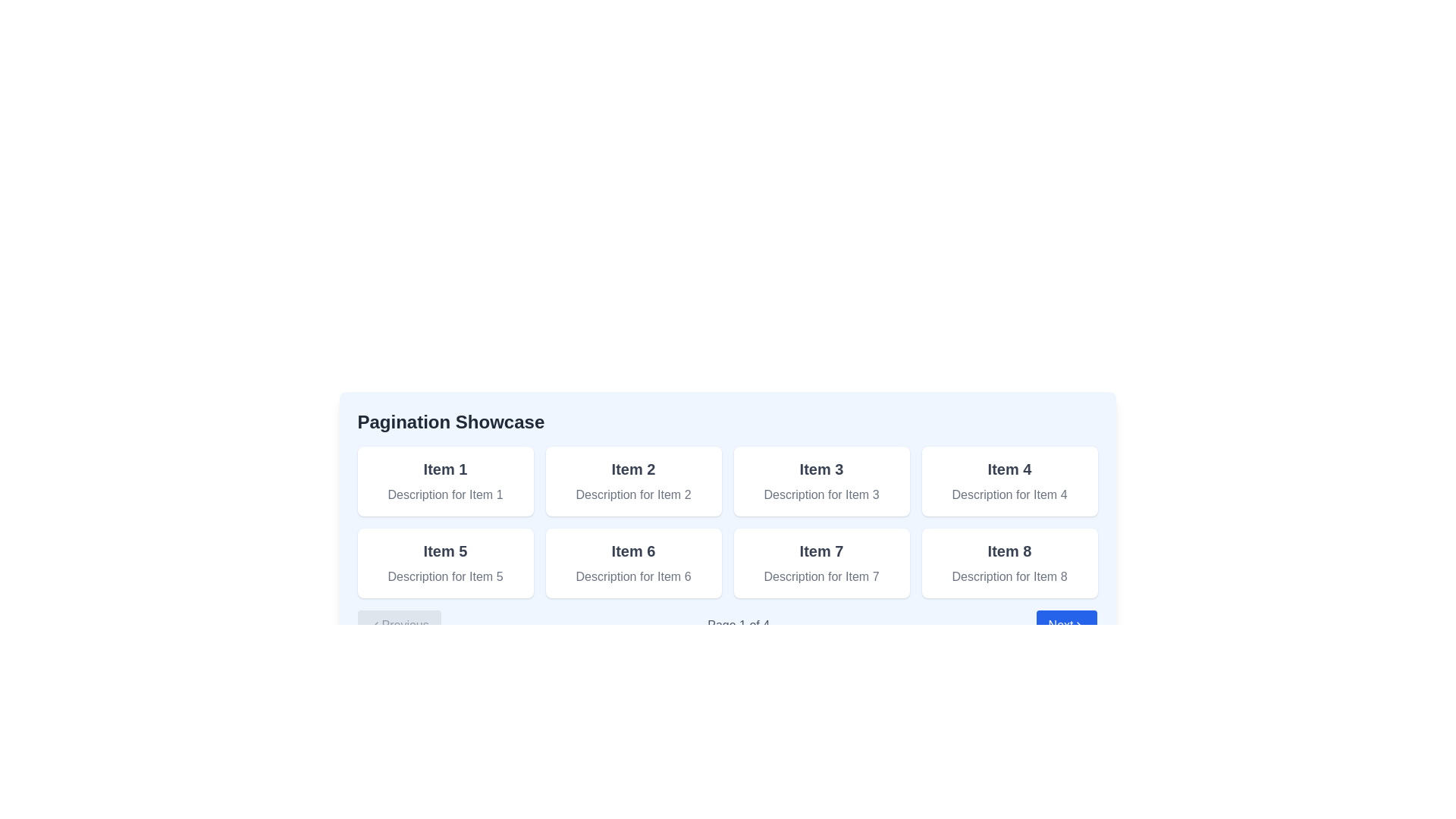 The image size is (1456, 819). What do you see at coordinates (375, 626) in the screenshot?
I see `the 'Previous' button that contains a small left-facing chevron icon with rounded edges, located at the bottom-left section of the pagination interface` at bounding box center [375, 626].